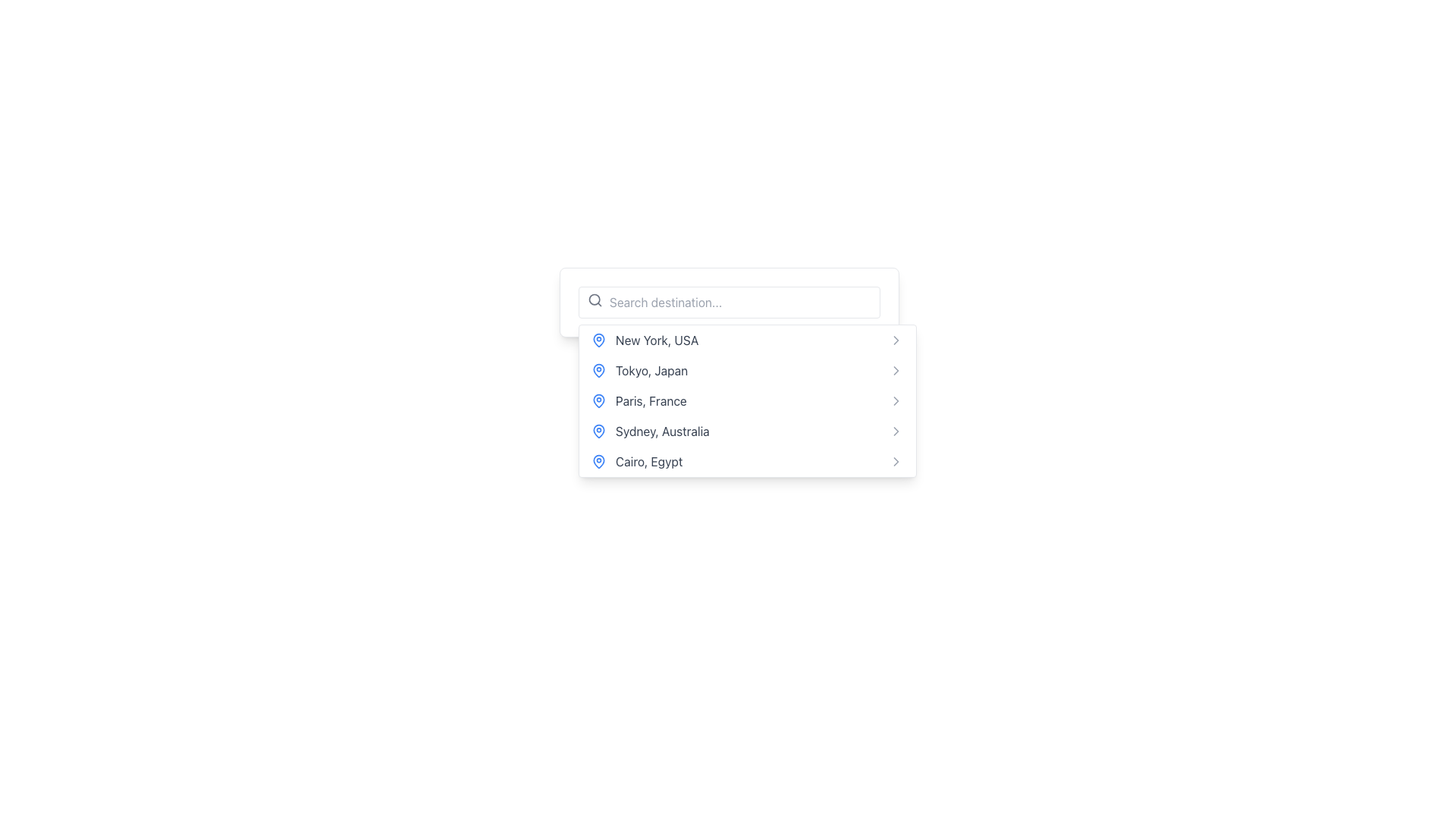 The width and height of the screenshot is (1456, 819). I want to click on the dropdown menu item, so click(637, 461).